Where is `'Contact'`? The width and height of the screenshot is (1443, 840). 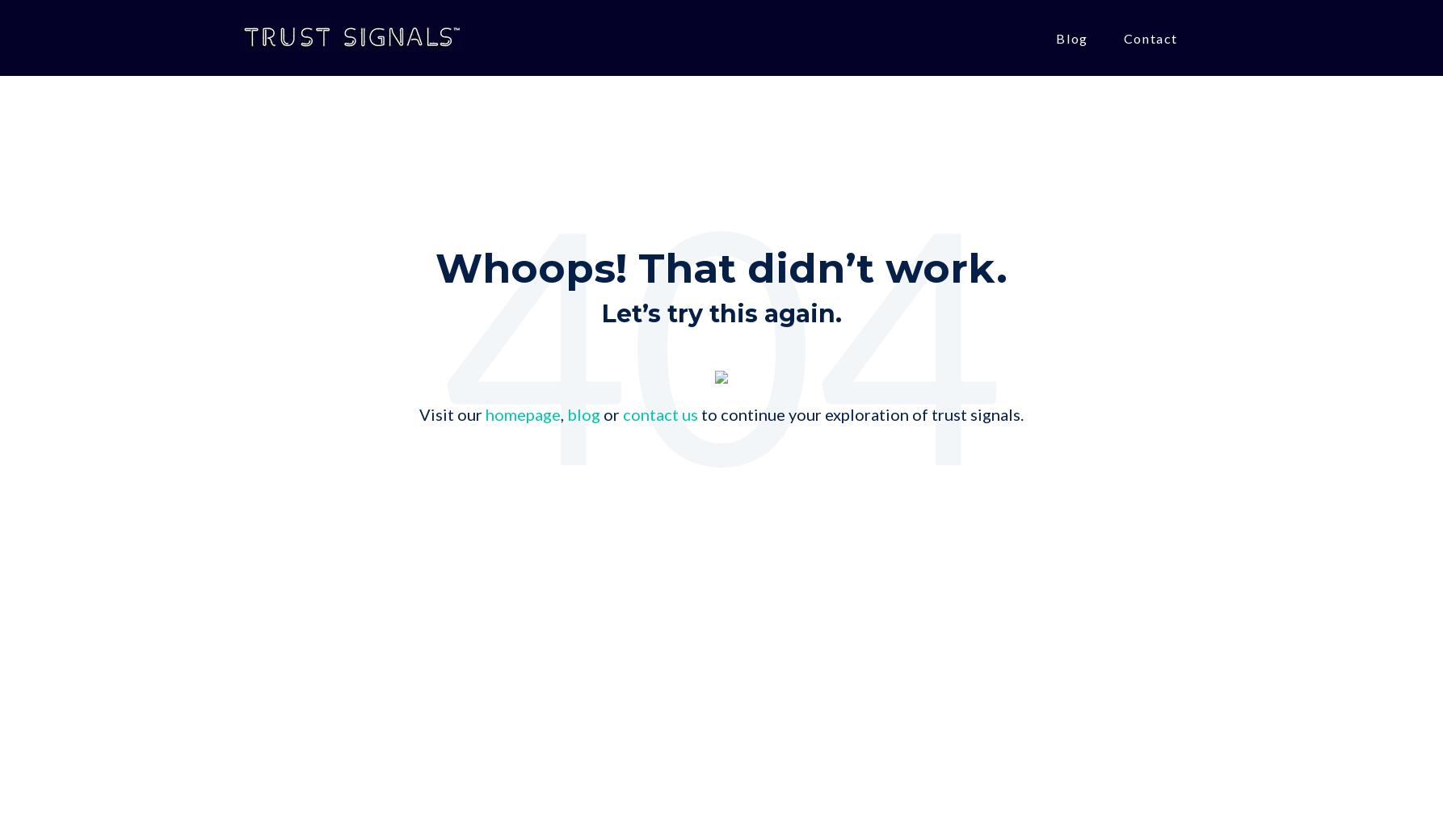
'Contact' is located at coordinates (1149, 37).